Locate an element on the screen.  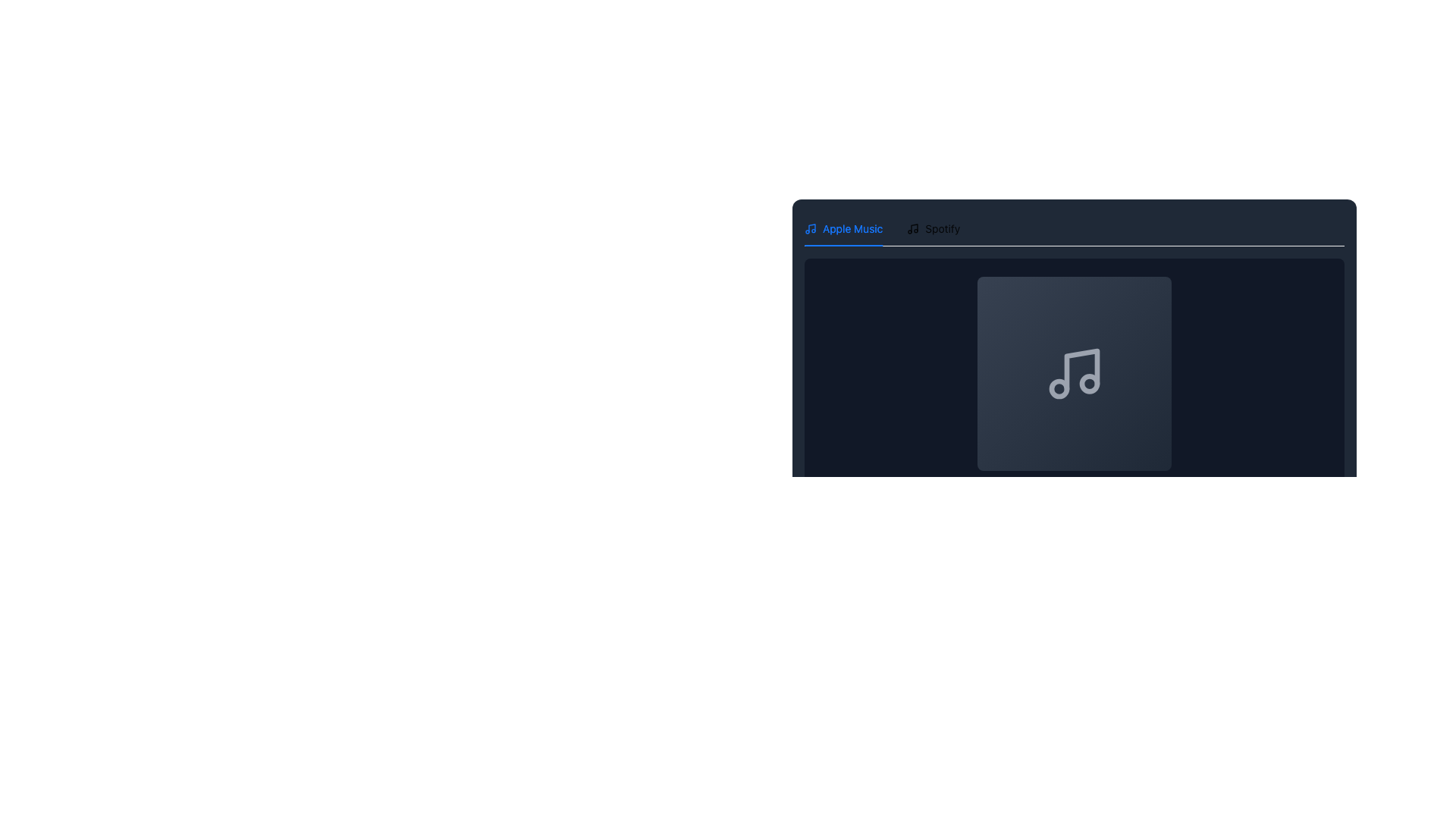
the small music note icon located to the left of the text in the 'Apple Music' section, which is styled with a minimalistic design and rendered in a light color is located at coordinates (810, 228).